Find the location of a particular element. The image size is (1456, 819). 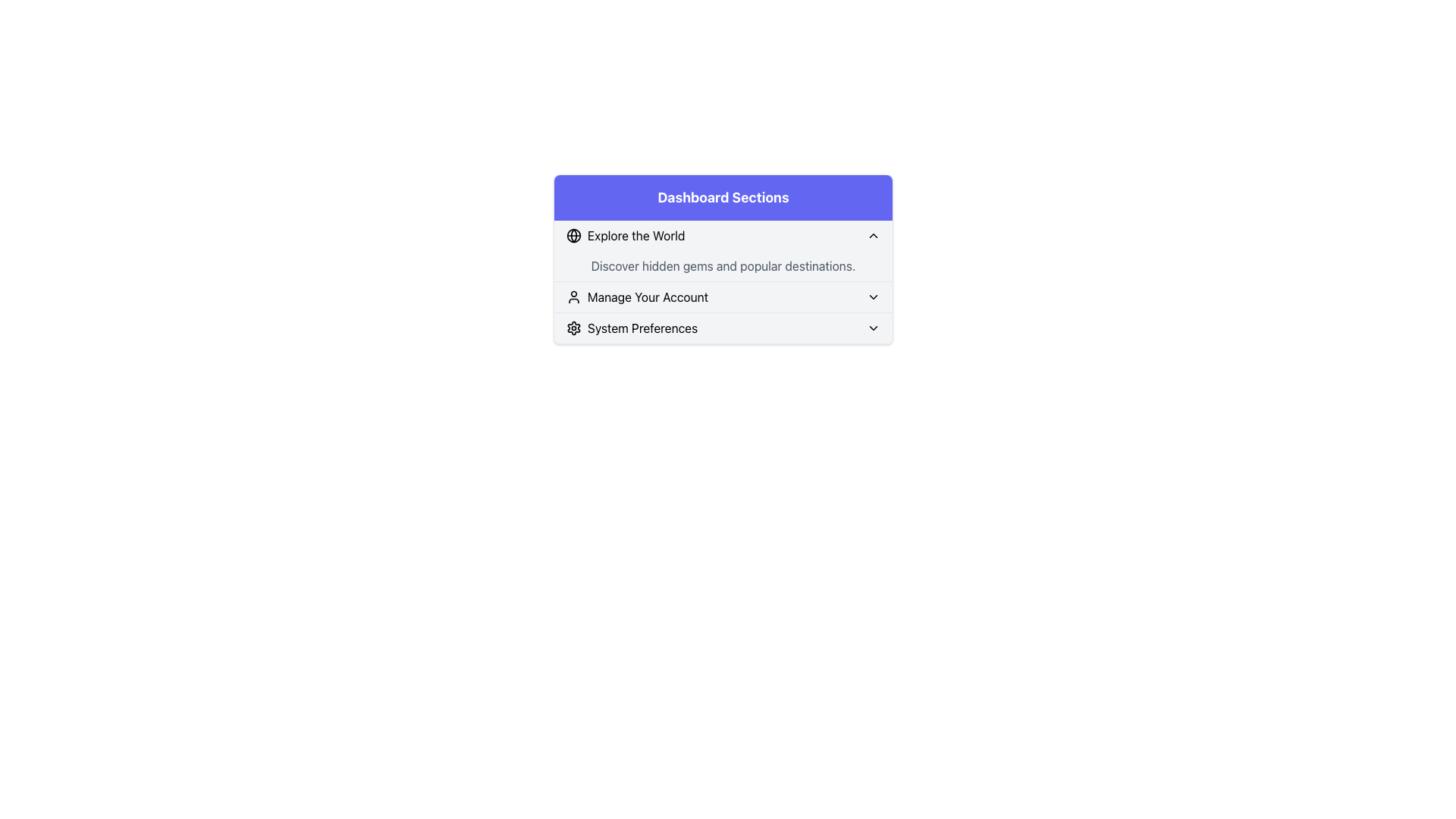

circular arc part of the globe-like icon located in the 'Explore the World' section, which is the middle sub-element of three is located at coordinates (573, 236).